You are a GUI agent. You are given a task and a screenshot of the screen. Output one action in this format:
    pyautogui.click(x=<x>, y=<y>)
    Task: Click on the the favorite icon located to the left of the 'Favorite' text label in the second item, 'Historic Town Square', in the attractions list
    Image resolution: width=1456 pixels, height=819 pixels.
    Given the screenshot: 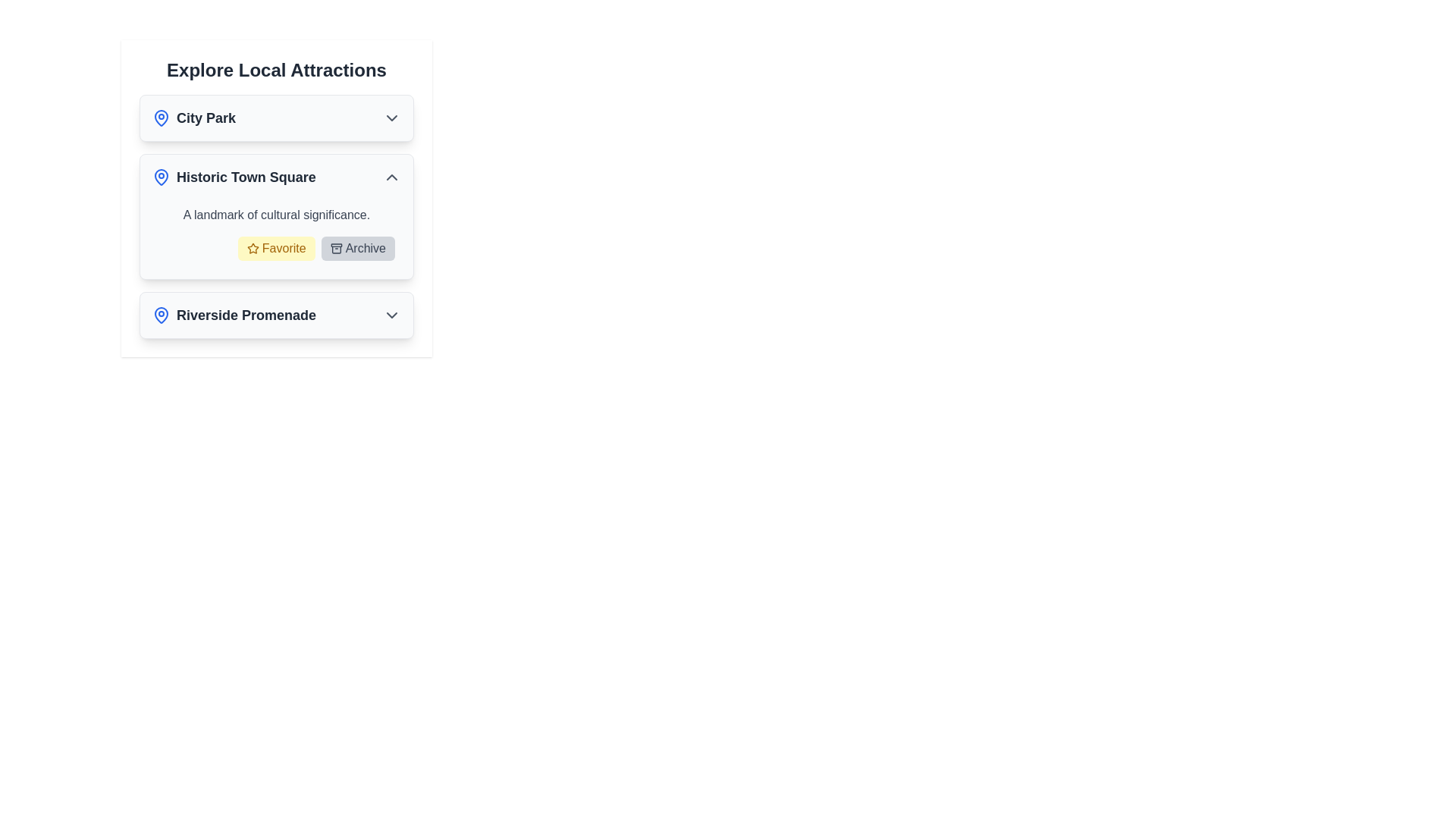 What is the action you would take?
    pyautogui.click(x=253, y=247)
    